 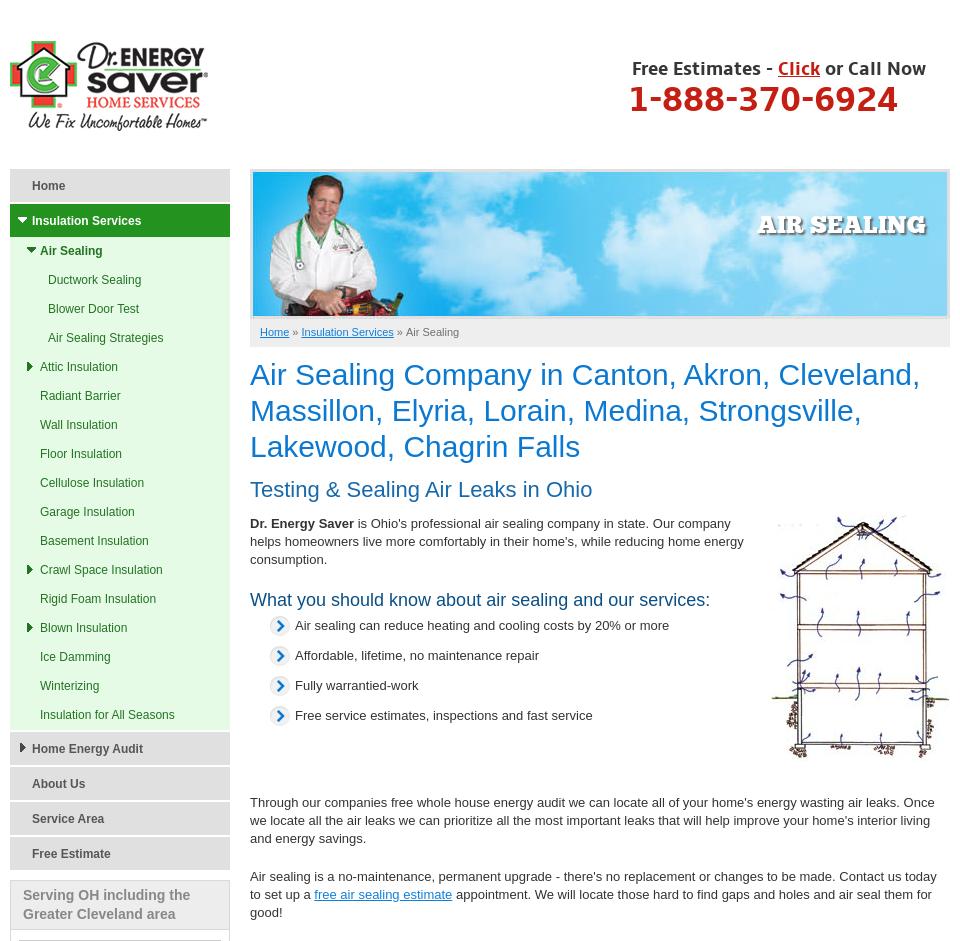 What do you see at coordinates (39, 568) in the screenshot?
I see `'Crawl Space Insulation'` at bounding box center [39, 568].